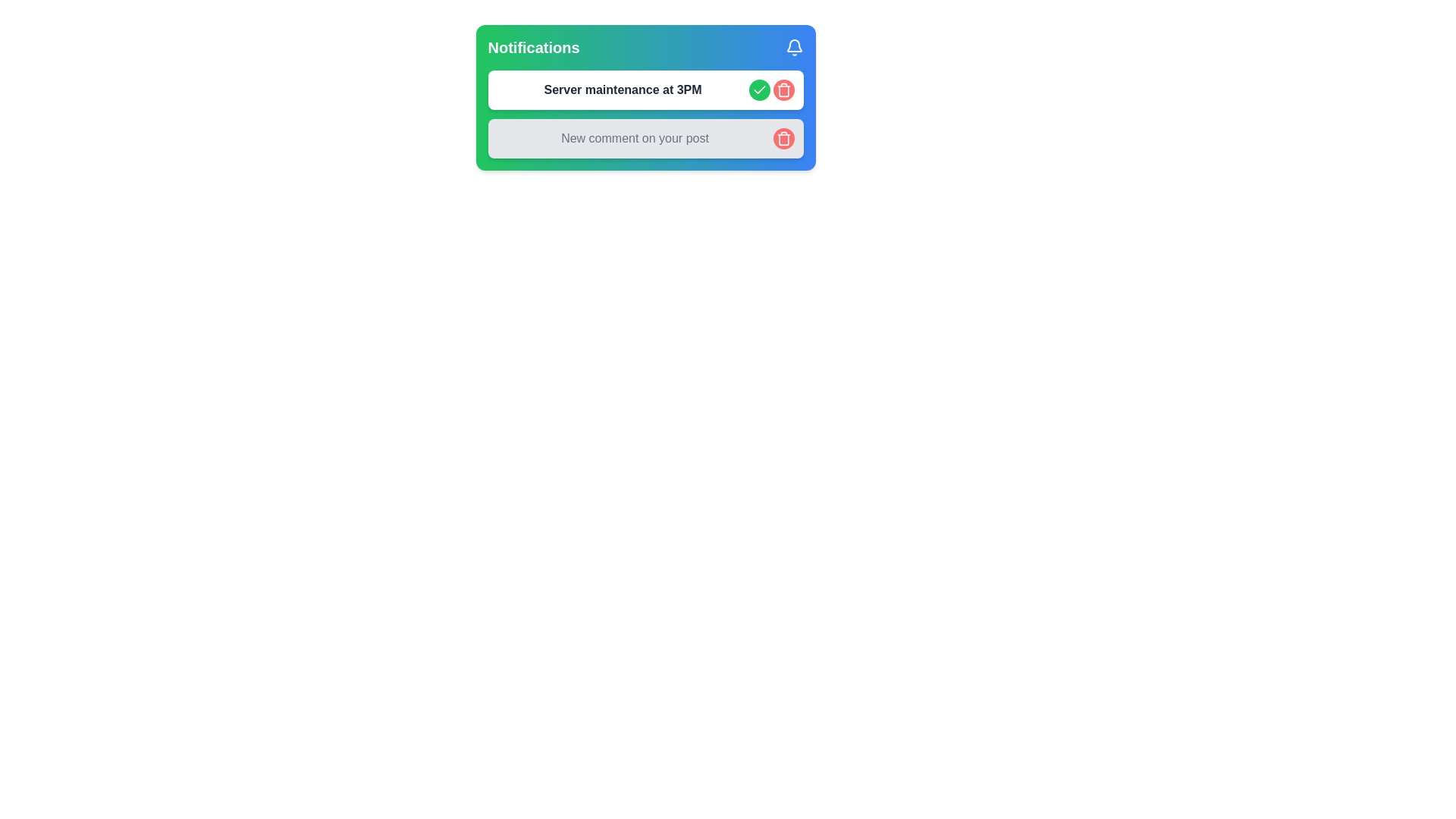 The image size is (1456, 819). What do you see at coordinates (771, 90) in the screenshot?
I see `the red action button in the notification card labeled 'Server maintenance at 3PM'` at bounding box center [771, 90].